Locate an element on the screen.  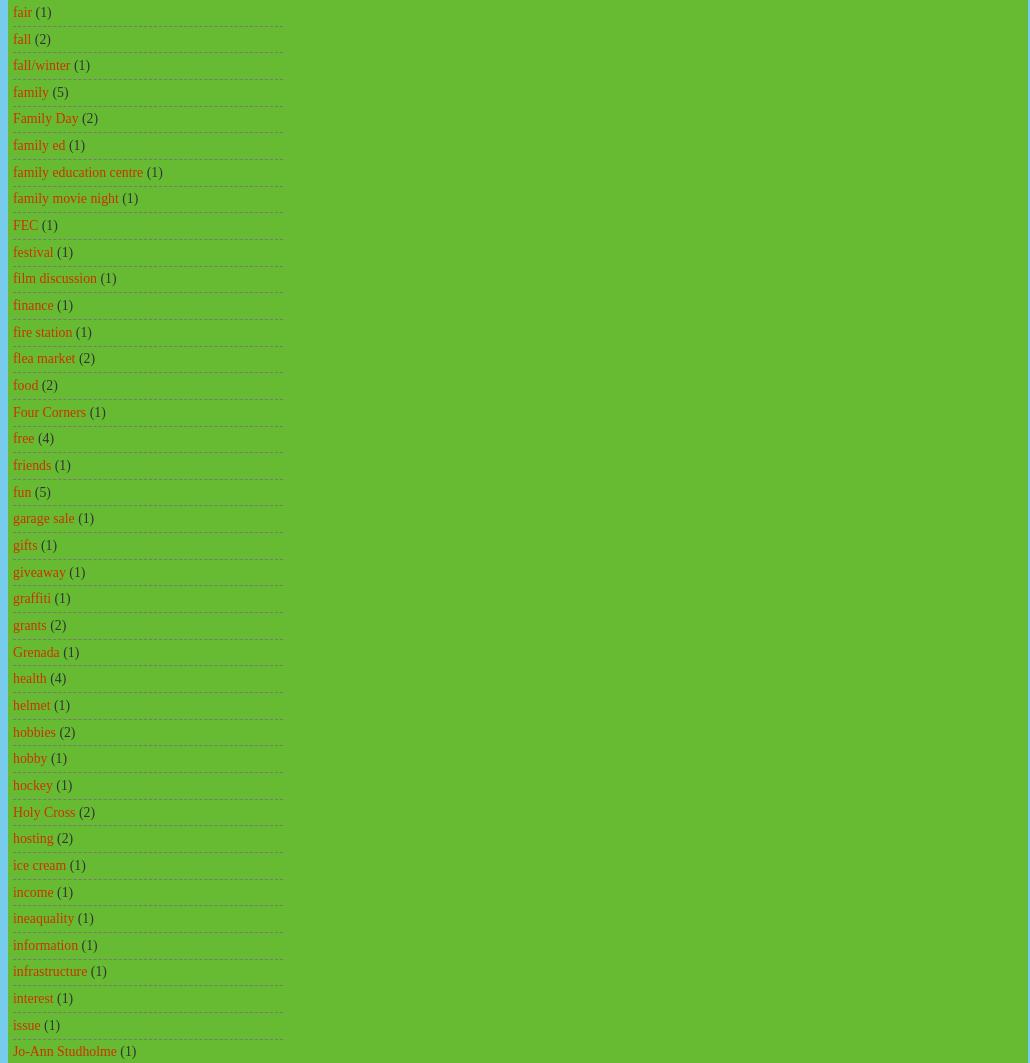
'film discussion' is located at coordinates (54, 278).